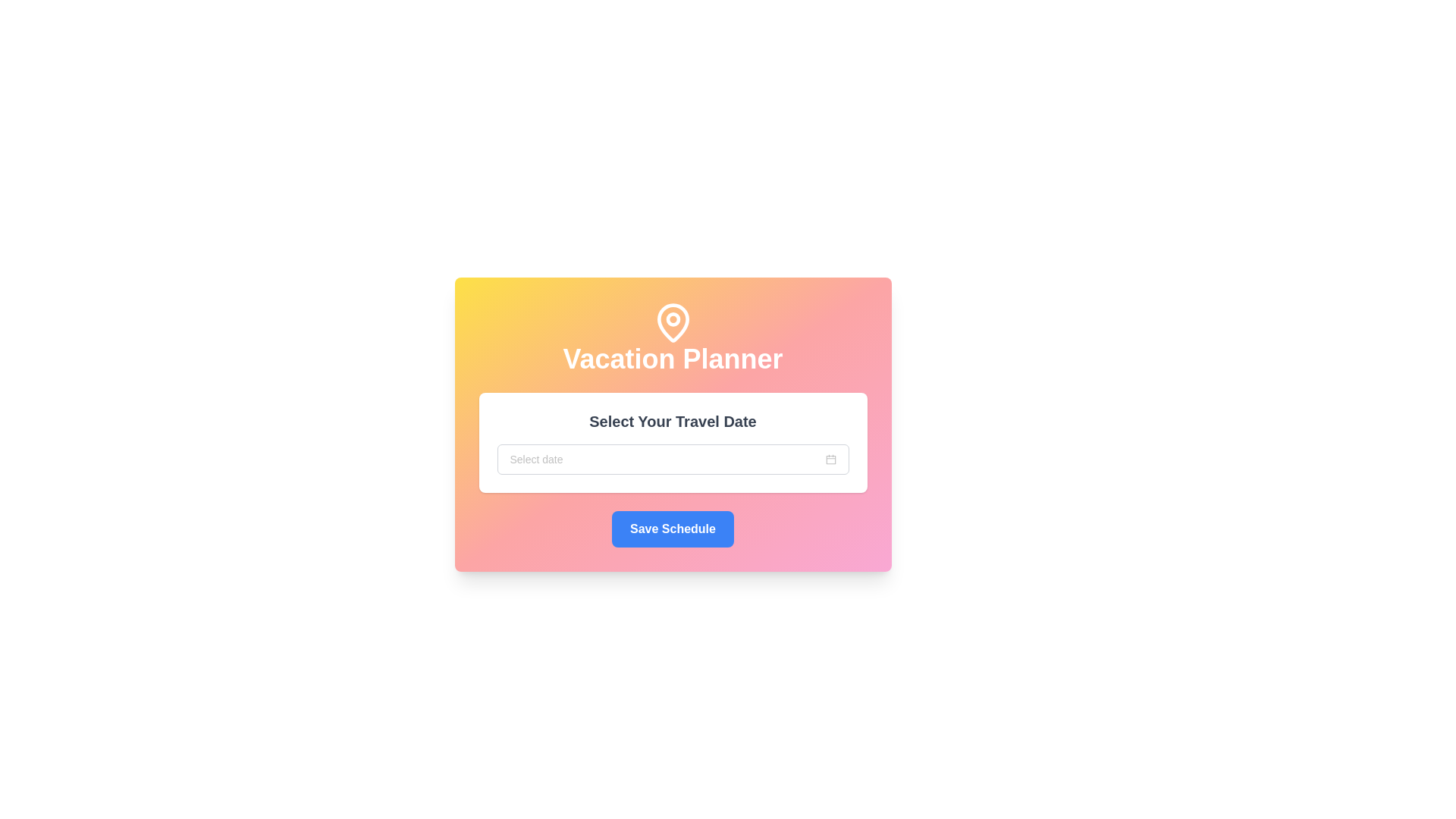 This screenshot has height=819, width=1456. What do you see at coordinates (830, 458) in the screenshot?
I see `the gray calendar icon located at the far right of the 'Select your Travel Date' input field` at bounding box center [830, 458].